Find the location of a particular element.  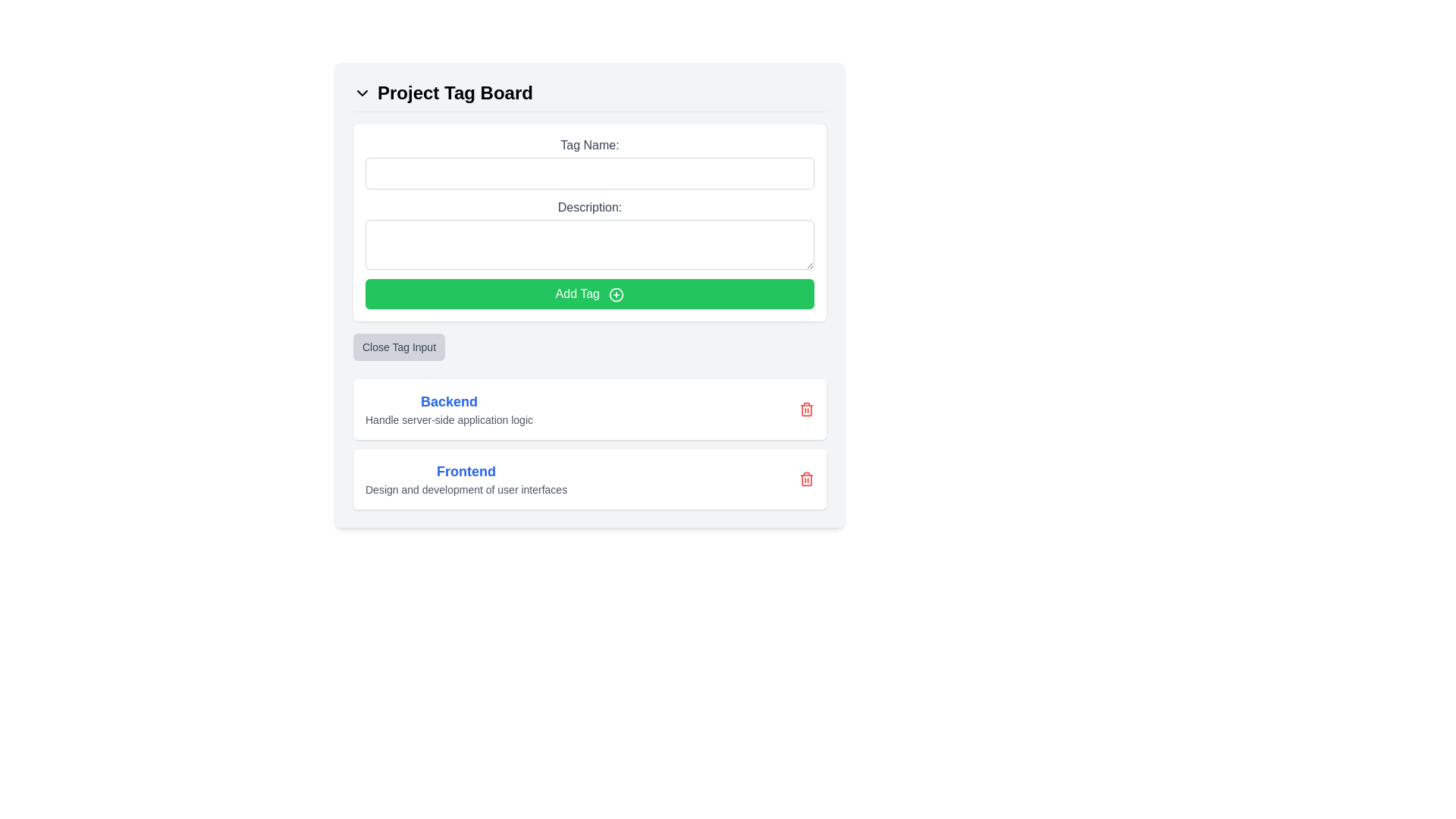

the descriptive text label located directly below the 'Frontend' title, which indicates 'Design and development of user interfaces.' is located at coordinates (466, 489).